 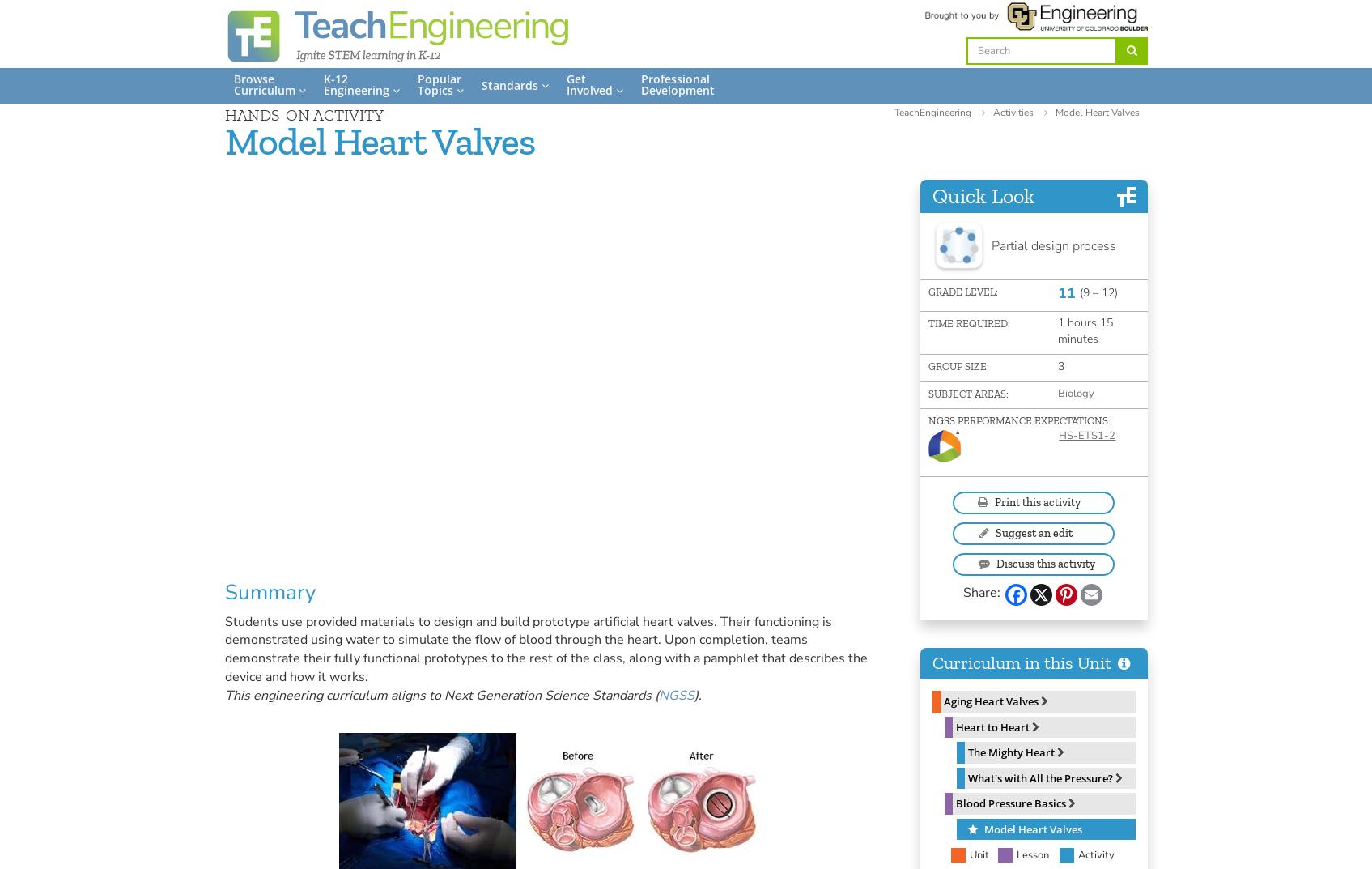 I want to click on 'Professional', so click(x=674, y=79).